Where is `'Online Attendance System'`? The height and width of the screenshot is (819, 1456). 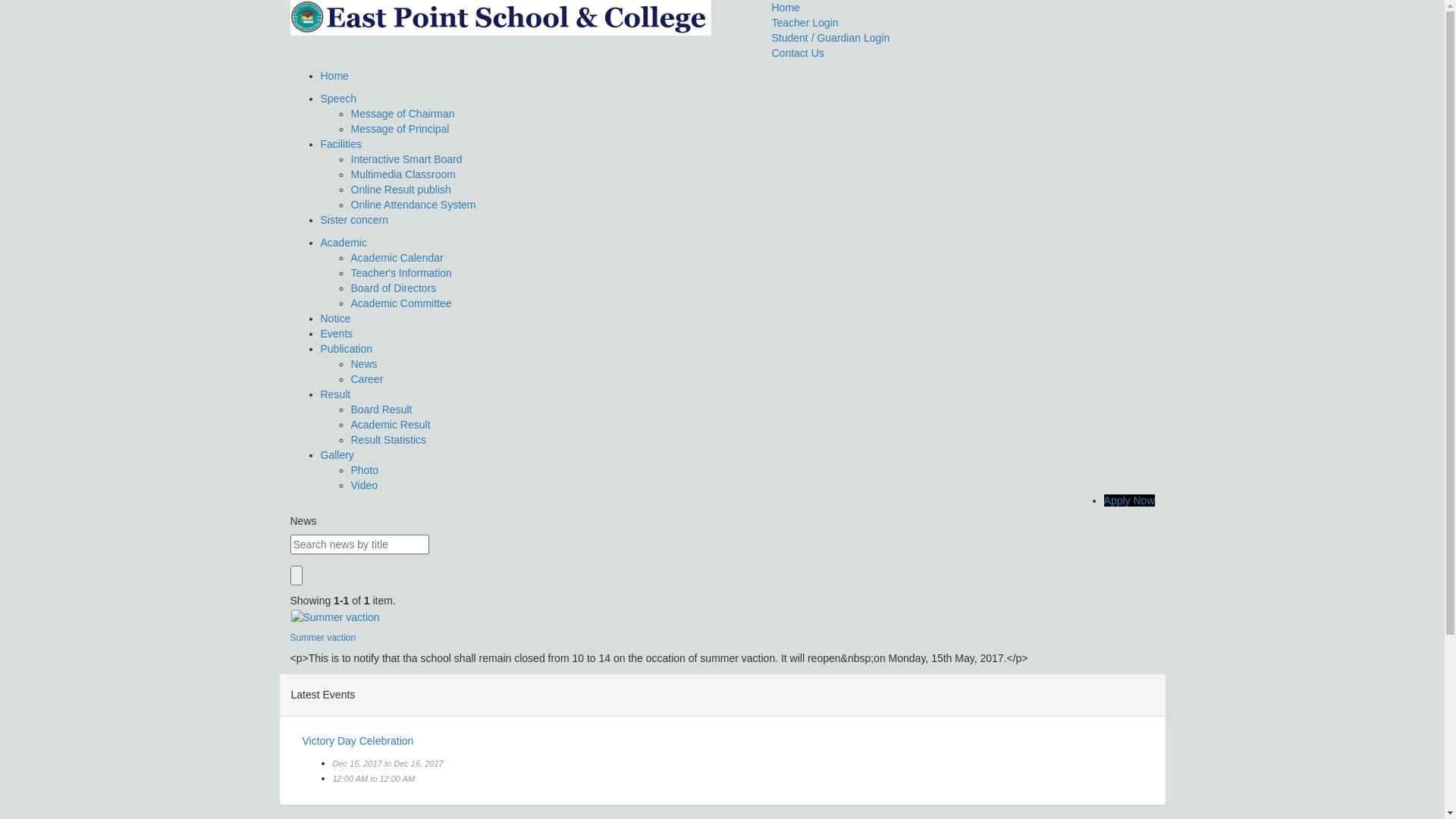
'Online Attendance System' is located at coordinates (413, 205).